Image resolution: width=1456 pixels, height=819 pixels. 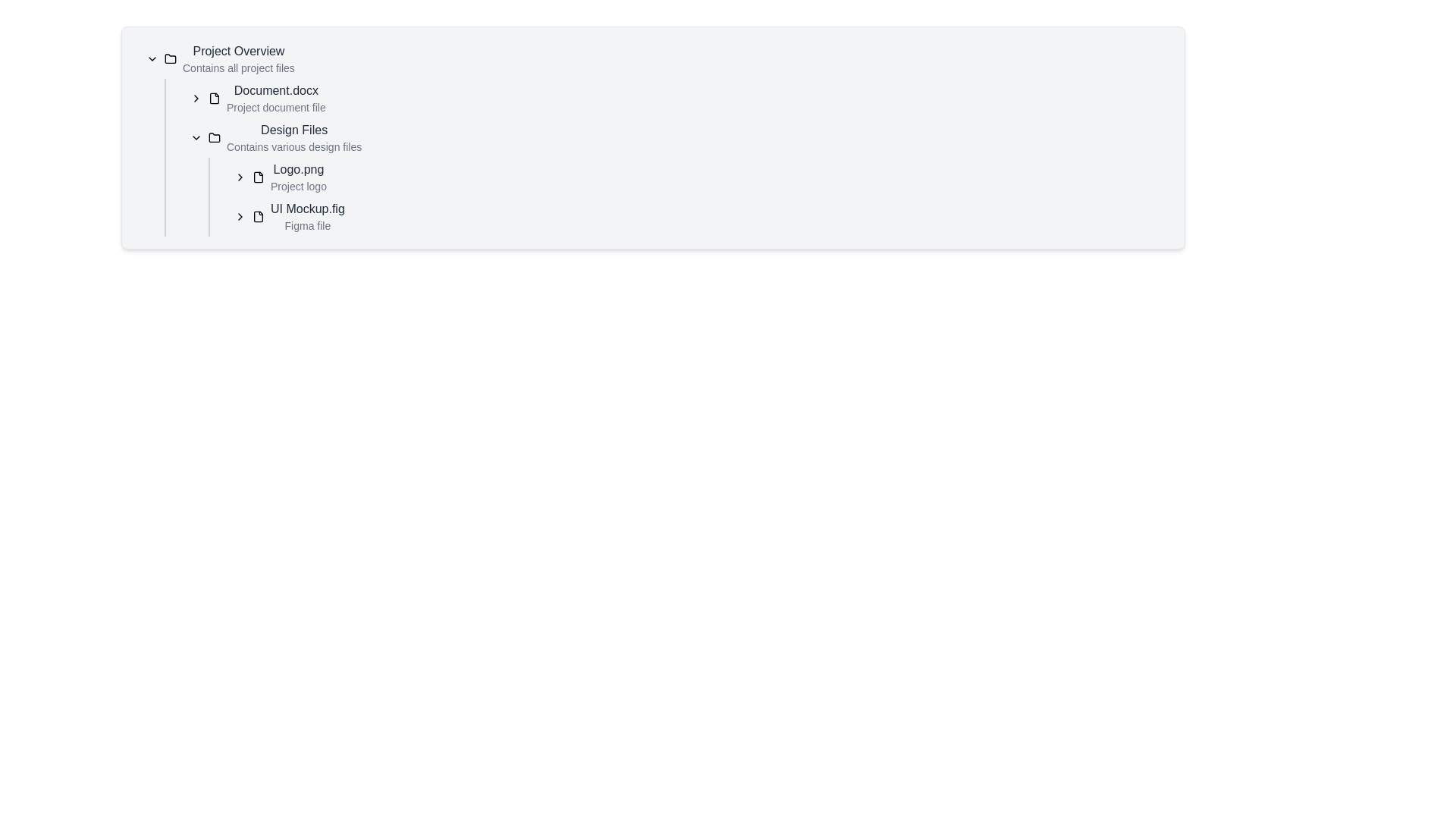 I want to click on the folder icon that represents the 'Project Overview' section, located at the top left corner of the section, between a downward chevron icon and a textual label, so click(x=171, y=58).